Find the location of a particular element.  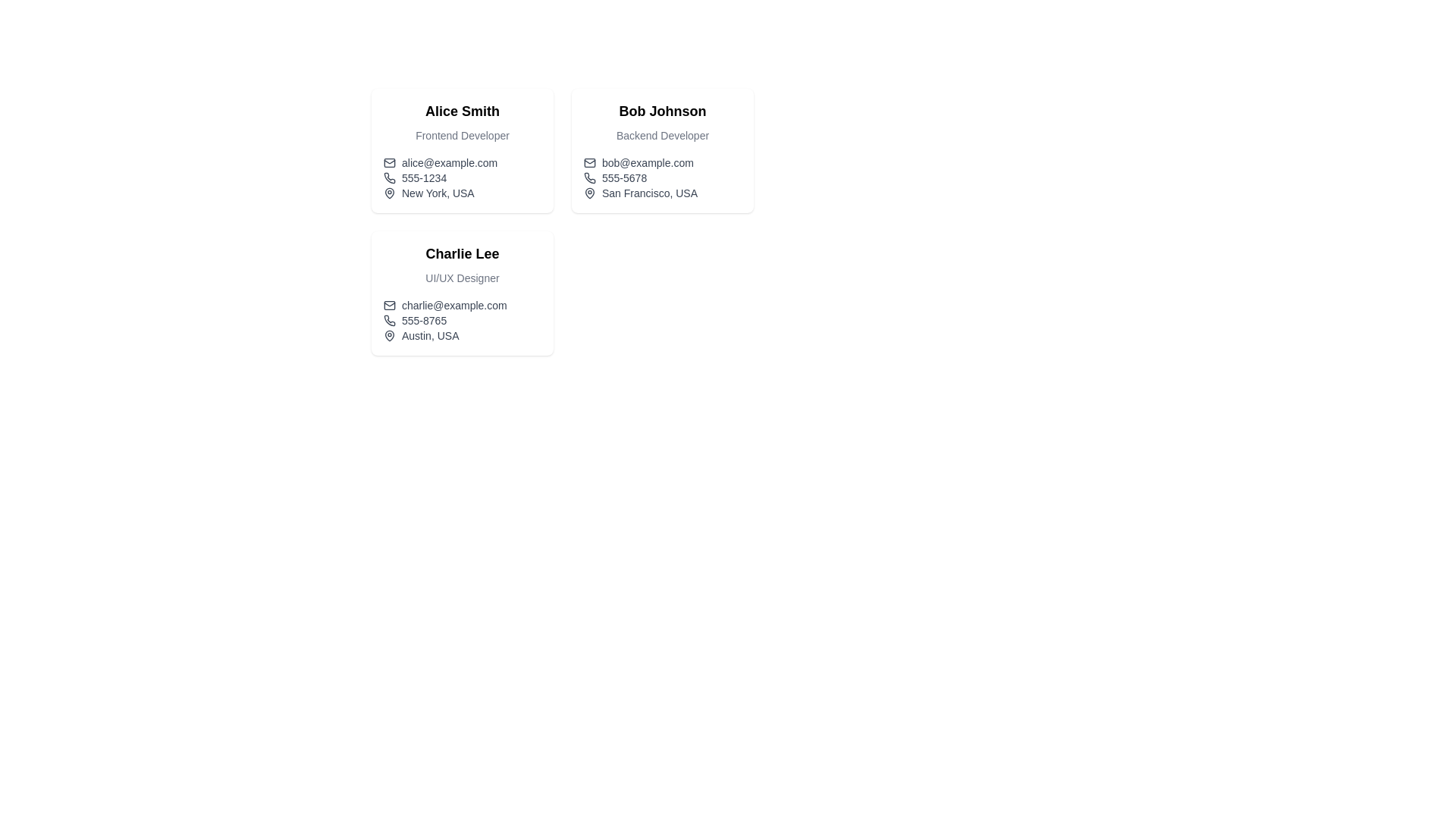

the phone number '555-5678' displayed in black text on the 'Bob Johnson' card, located to the right of the phone icon is located at coordinates (624, 177).